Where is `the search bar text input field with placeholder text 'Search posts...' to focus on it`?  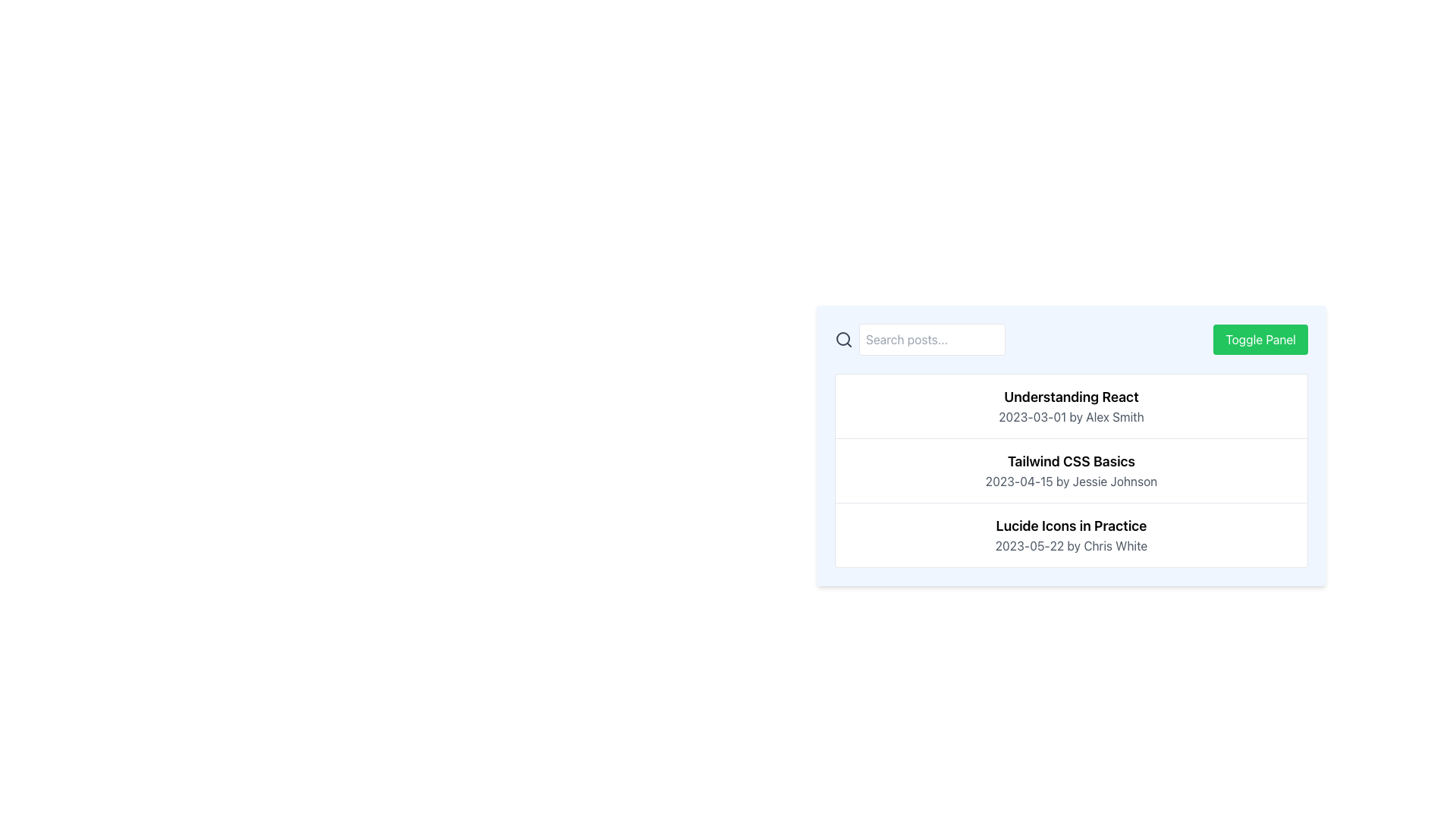
the search bar text input field with placeholder text 'Search posts...' to focus on it is located at coordinates (919, 338).